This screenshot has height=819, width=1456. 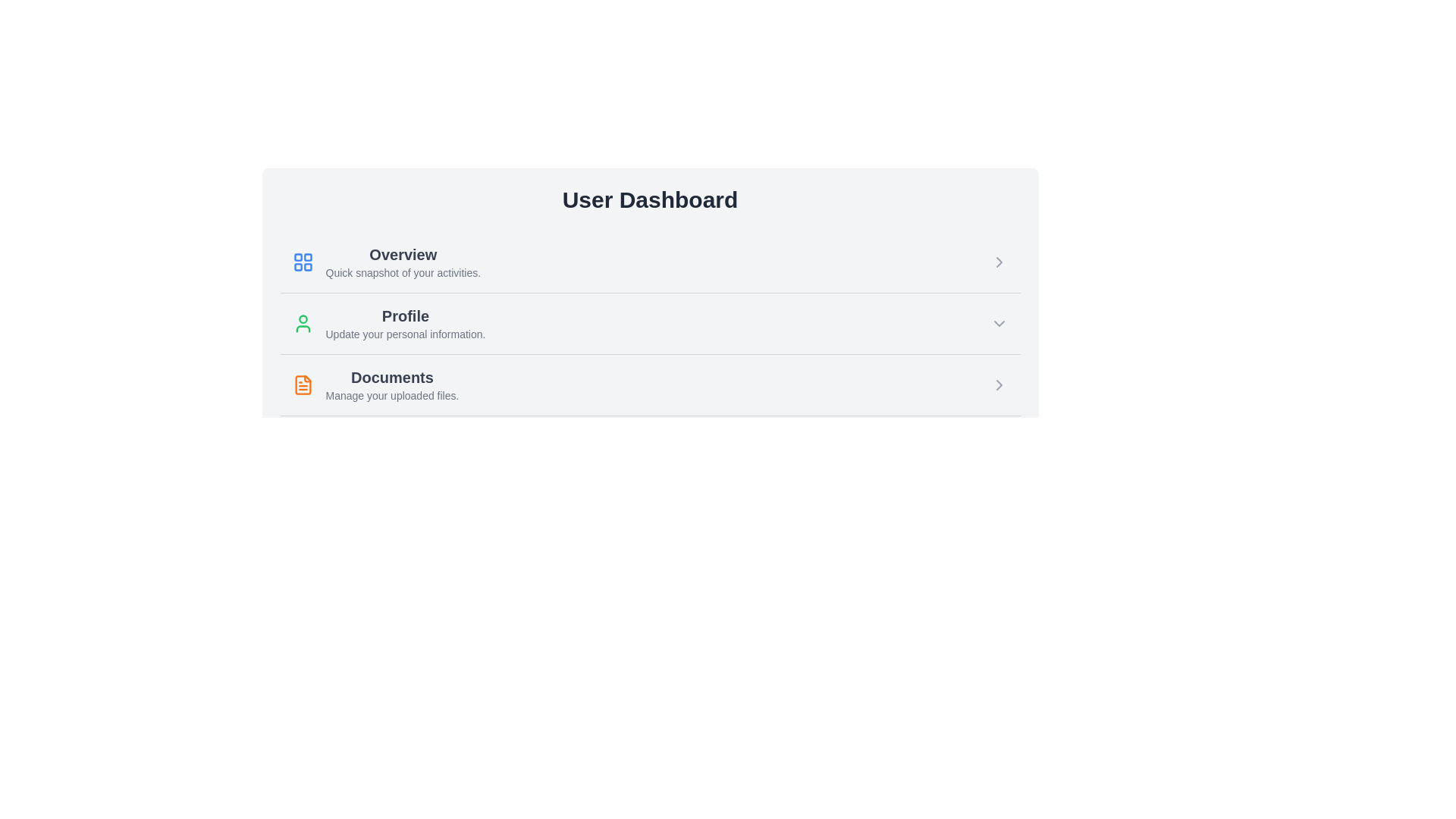 I want to click on the text label or heading located in the upper-left quadrant of the 'User Dashboard', which serves as a title for the section and is positioned above the 'Quick snapshot of your activities' text, so click(x=403, y=253).